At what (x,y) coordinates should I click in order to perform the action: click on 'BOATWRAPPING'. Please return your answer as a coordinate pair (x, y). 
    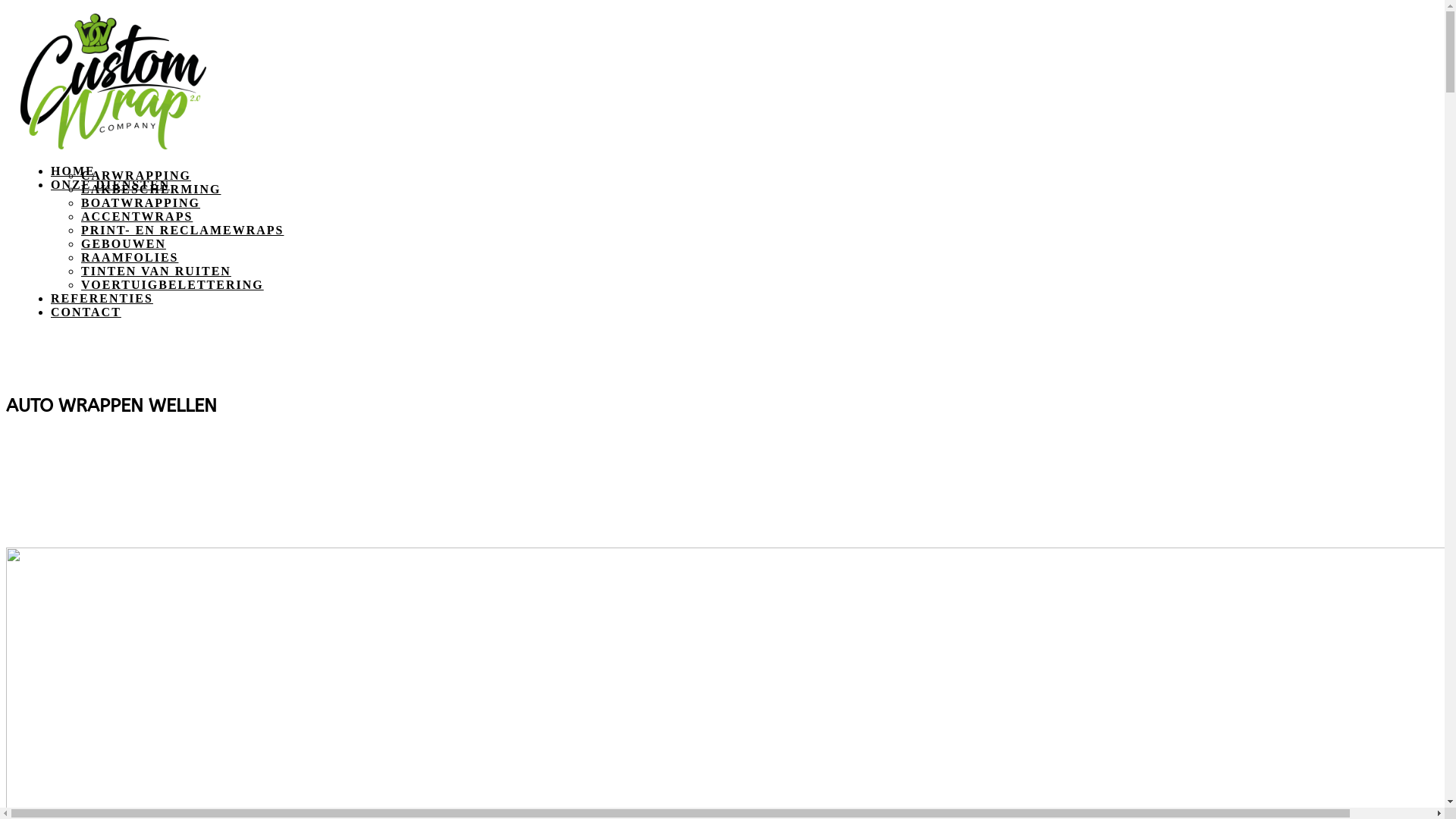
    Looking at the image, I should click on (140, 202).